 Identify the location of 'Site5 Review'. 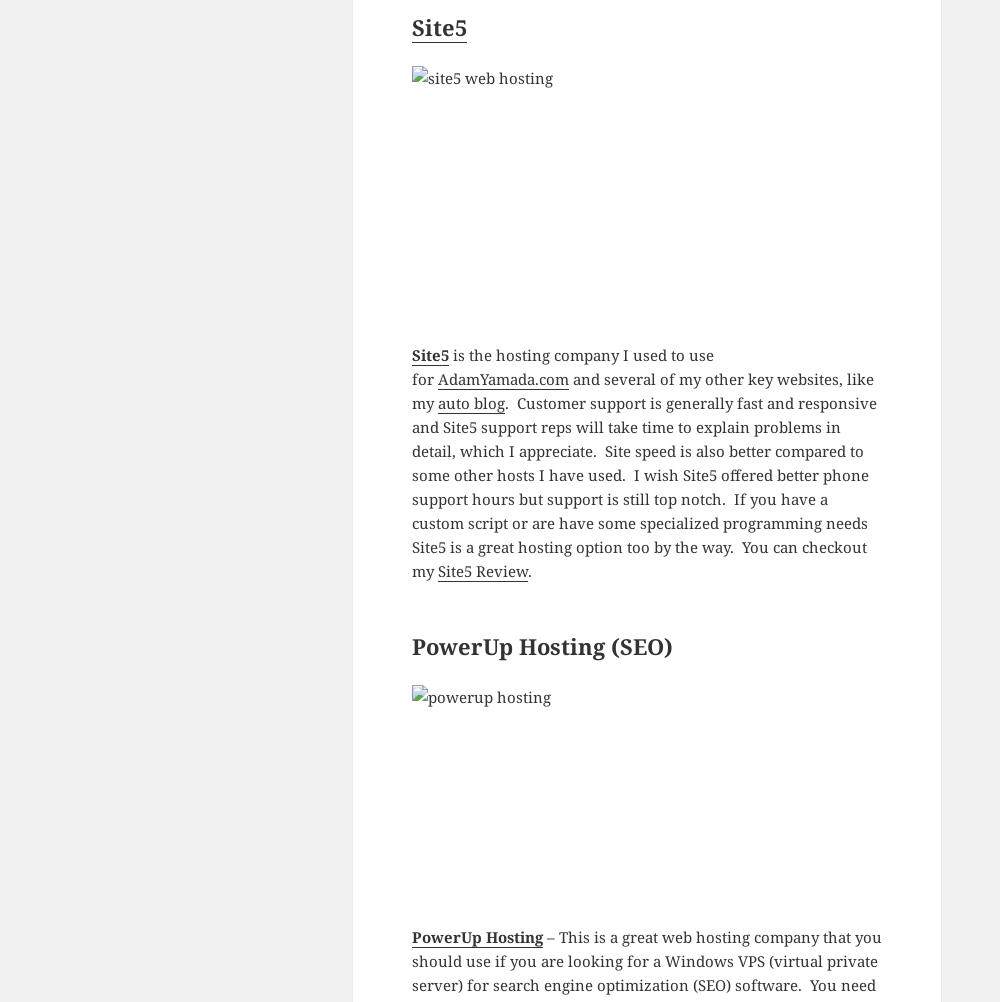
(481, 571).